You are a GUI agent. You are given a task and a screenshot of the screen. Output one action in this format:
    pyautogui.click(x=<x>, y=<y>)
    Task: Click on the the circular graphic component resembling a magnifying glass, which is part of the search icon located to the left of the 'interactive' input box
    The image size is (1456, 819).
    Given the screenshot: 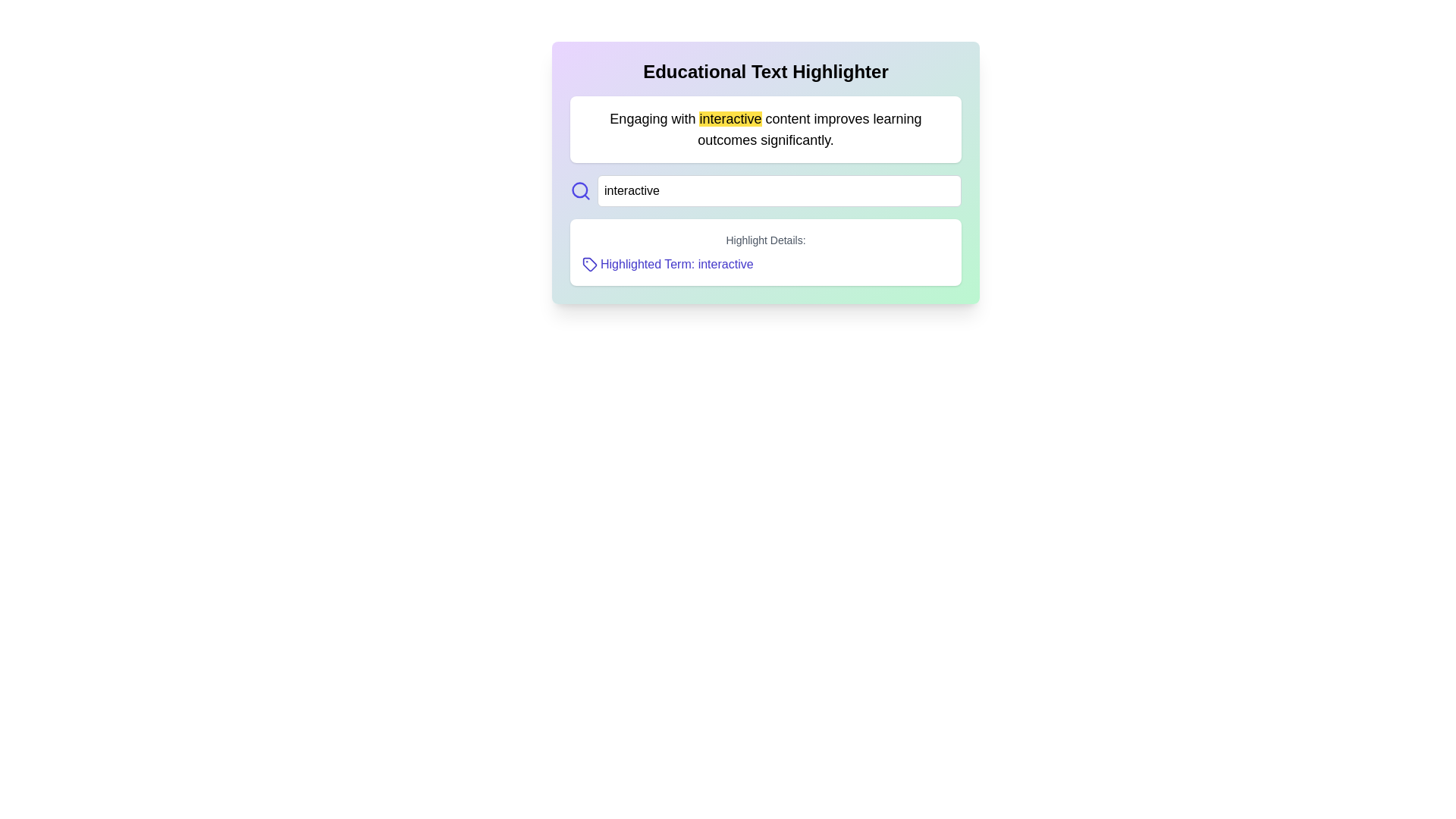 What is the action you would take?
    pyautogui.click(x=579, y=189)
    